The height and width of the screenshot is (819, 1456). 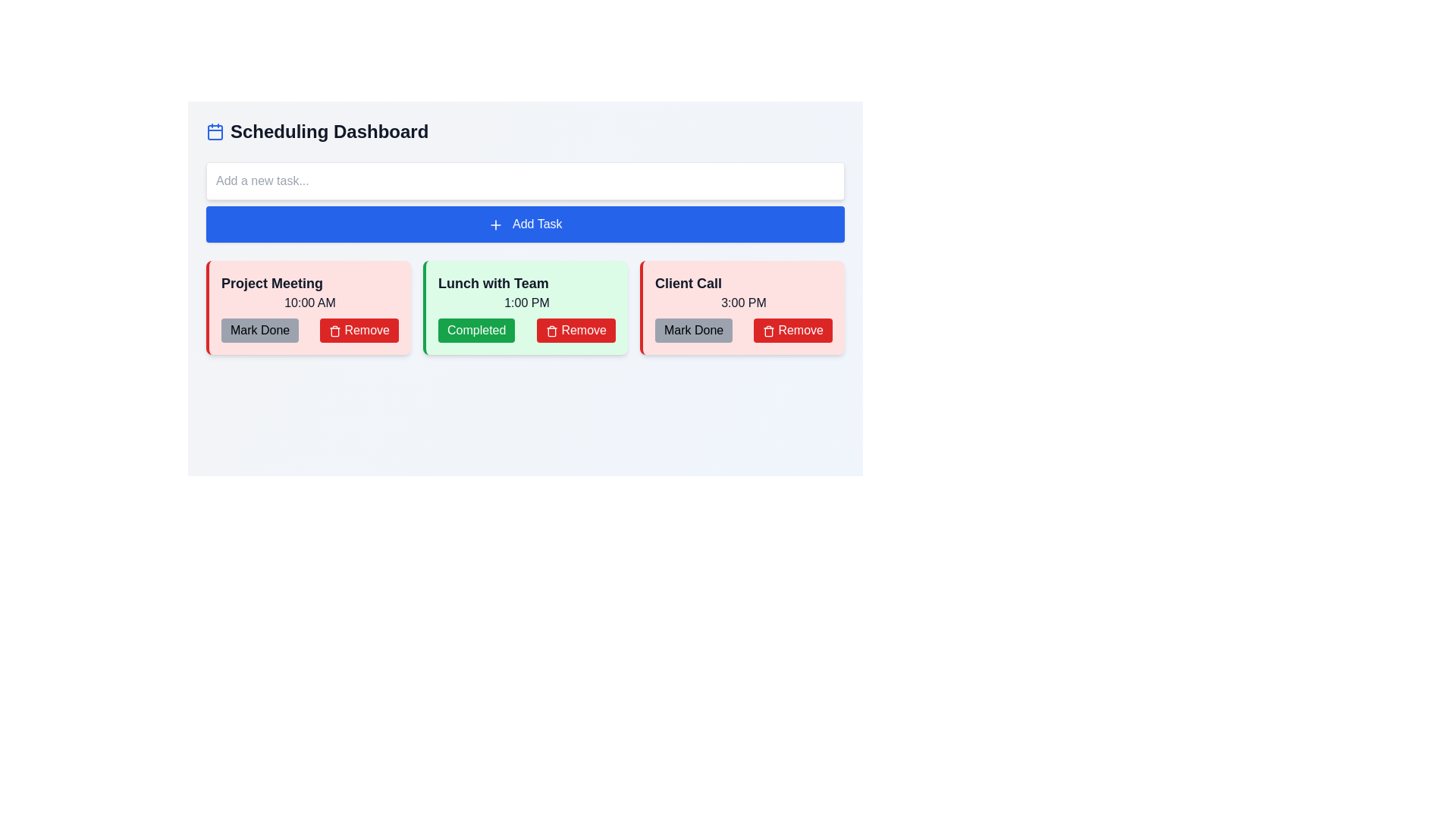 What do you see at coordinates (214, 131) in the screenshot?
I see `the rectangular shape with rounded corners and a distinct blue border within the SVG calendar icon, located near the top-left corner of the interface` at bounding box center [214, 131].